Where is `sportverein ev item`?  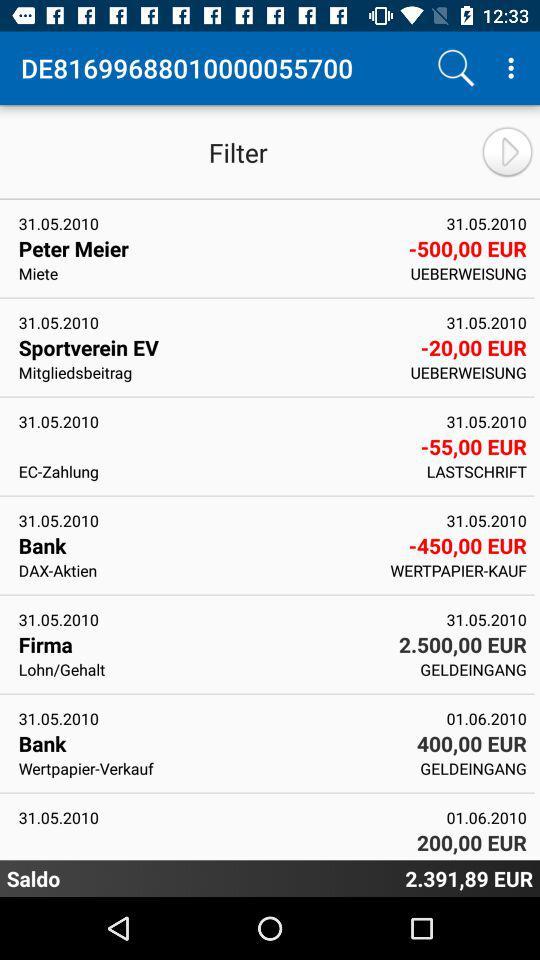 sportverein ev item is located at coordinates (212, 347).